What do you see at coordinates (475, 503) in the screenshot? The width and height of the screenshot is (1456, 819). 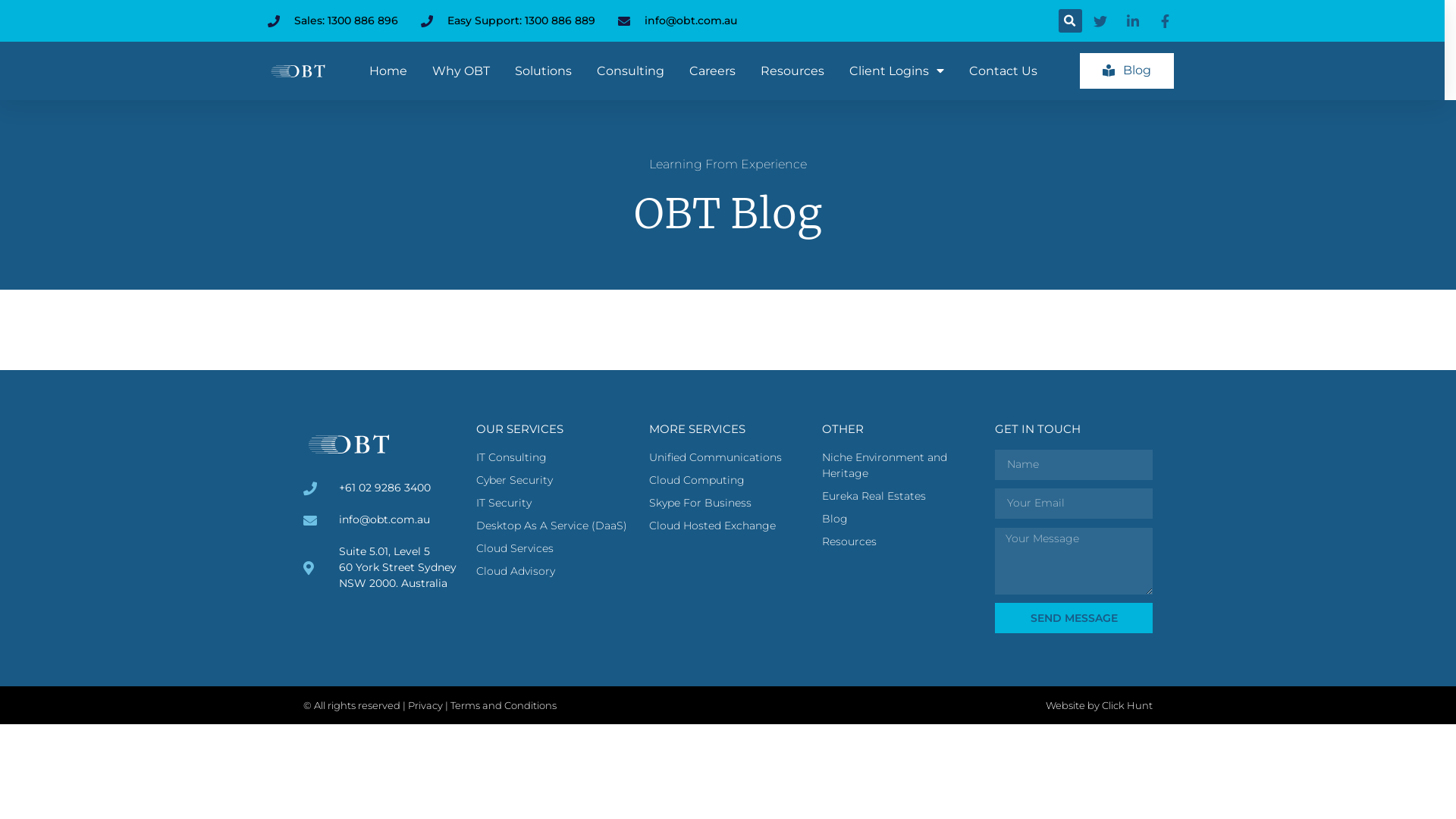 I see `'IT Security'` at bounding box center [475, 503].